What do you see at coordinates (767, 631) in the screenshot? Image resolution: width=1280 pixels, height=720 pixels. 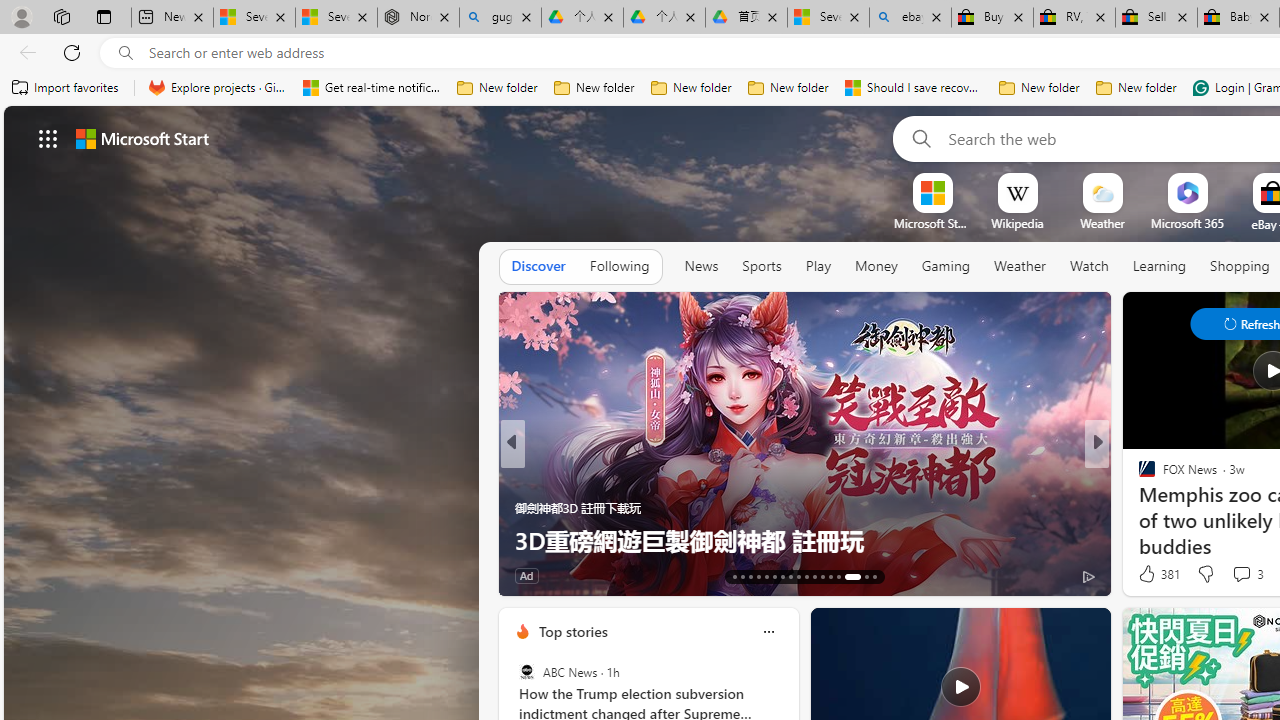 I see `'More options'` at bounding box center [767, 631].